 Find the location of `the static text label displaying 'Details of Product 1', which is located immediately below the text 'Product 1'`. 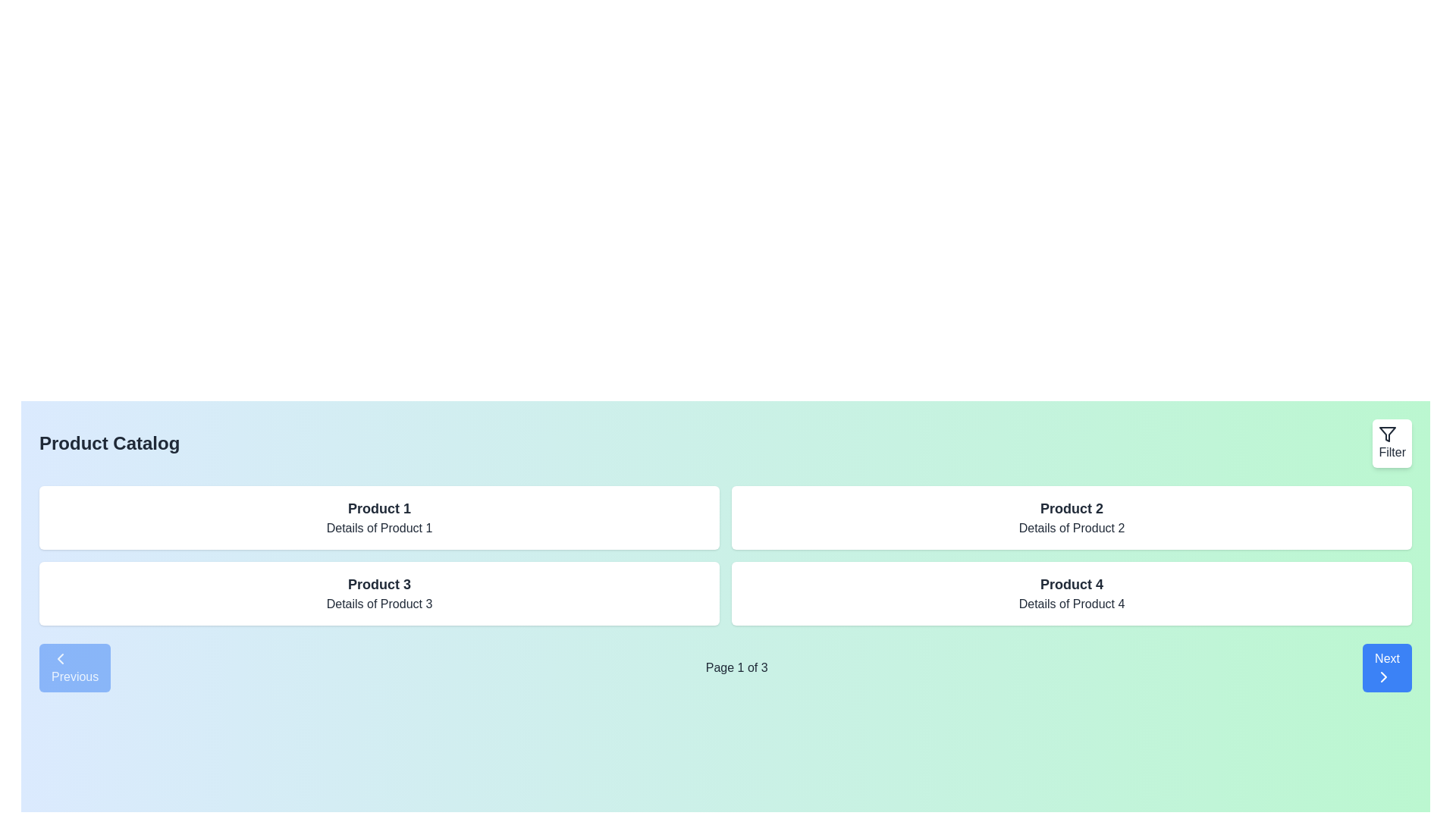

the static text label displaying 'Details of Product 1', which is located immediately below the text 'Product 1' is located at coordinates (379, 528).